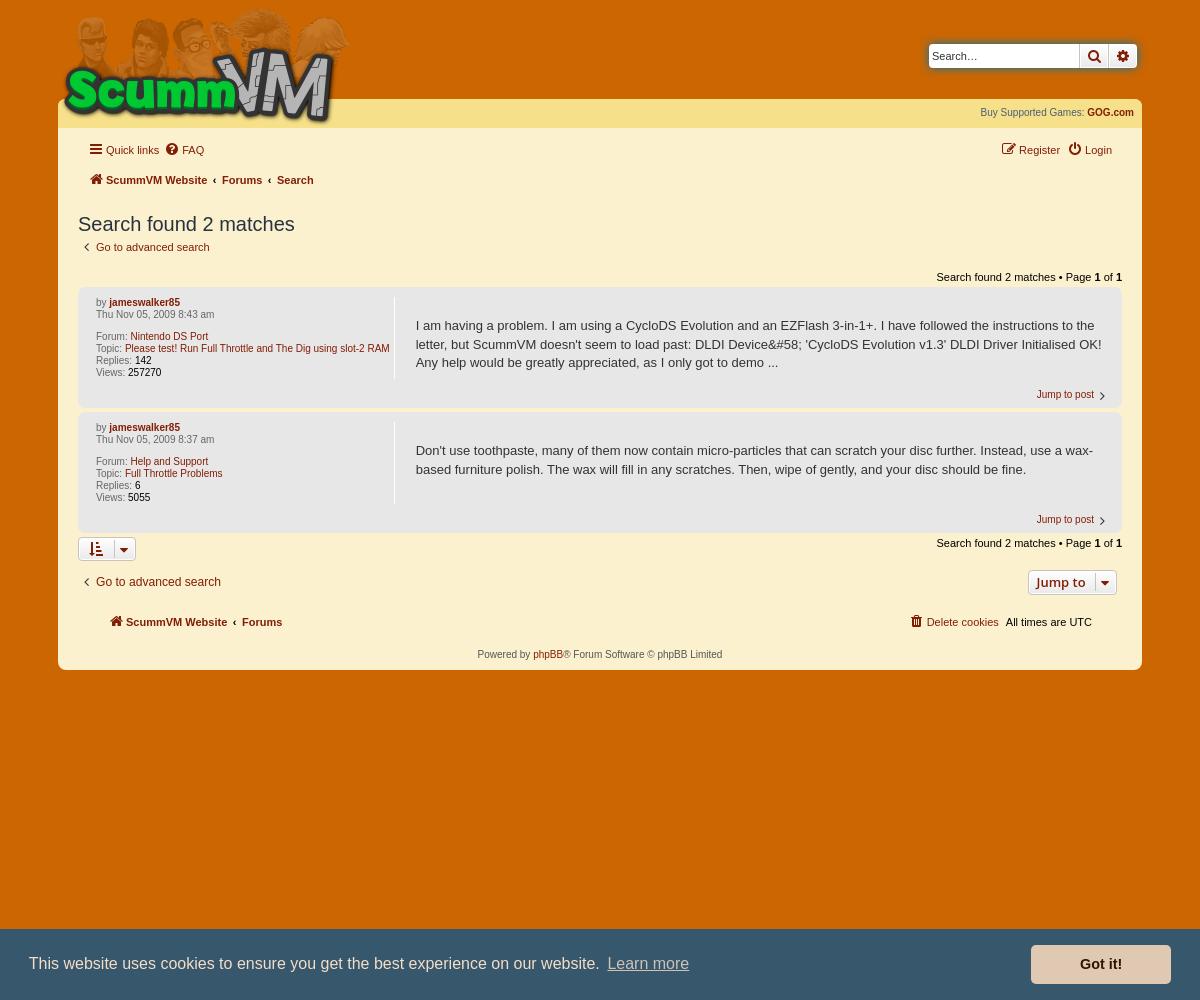 Image resolution: width=1200 pixels, height=1000 pixels. I want to click on 'Don't use toothpaste, many of them now contain micro-particles that can scratch your disc further. Instead, use a wax-based furniture polish. The wax will fill in any scratches. Then, wipe of gently, and your disc should be fine.', so click(752, 458).